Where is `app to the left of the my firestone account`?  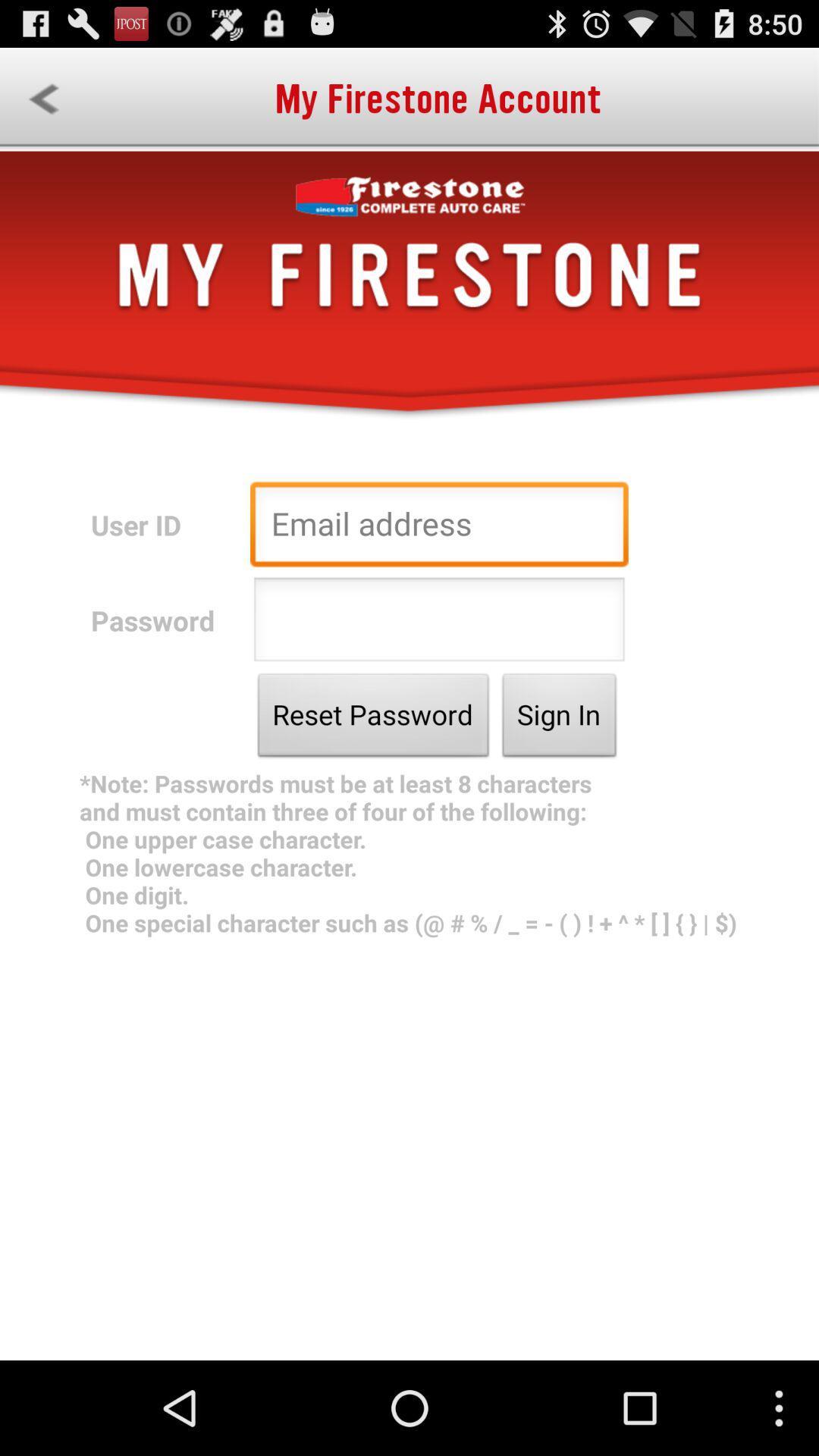
app to the left of the my firestone account is located at coordinates (42, 99).